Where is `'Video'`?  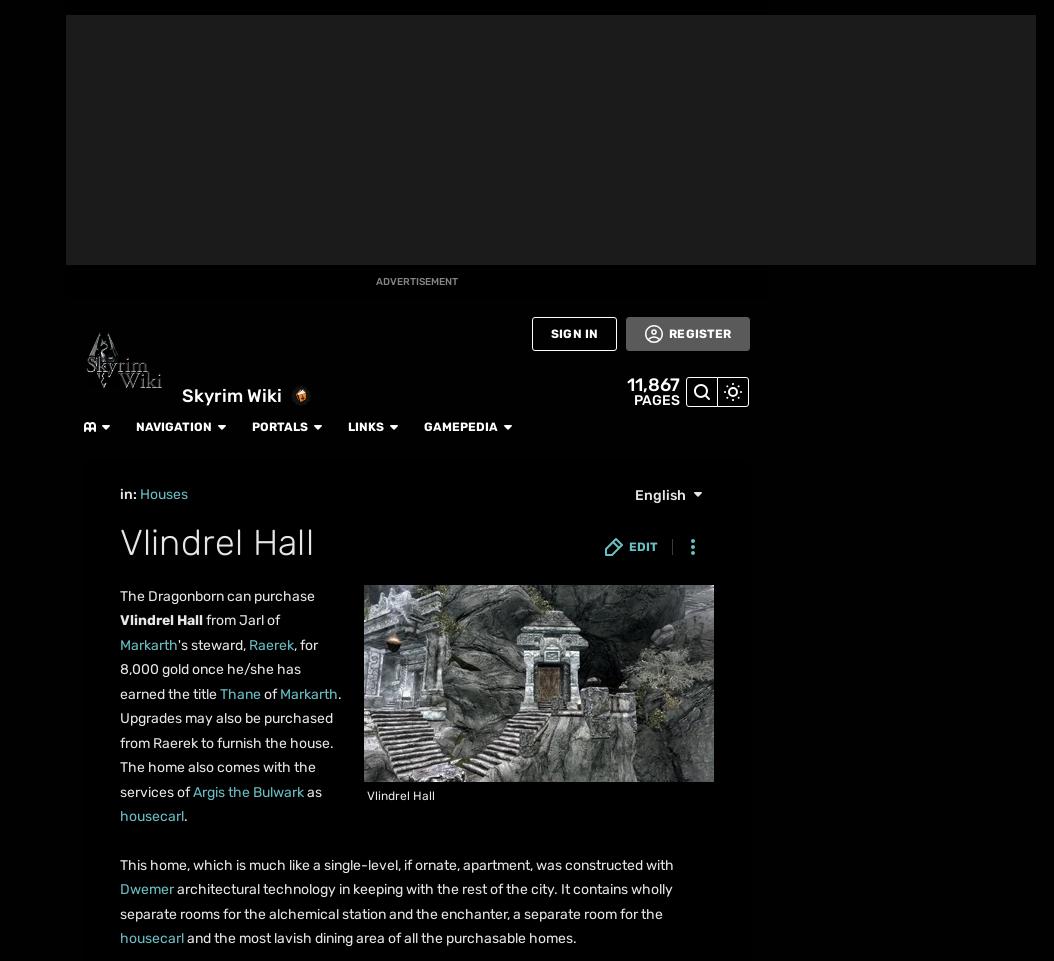
'Video' is located at coordinates (32, 572).